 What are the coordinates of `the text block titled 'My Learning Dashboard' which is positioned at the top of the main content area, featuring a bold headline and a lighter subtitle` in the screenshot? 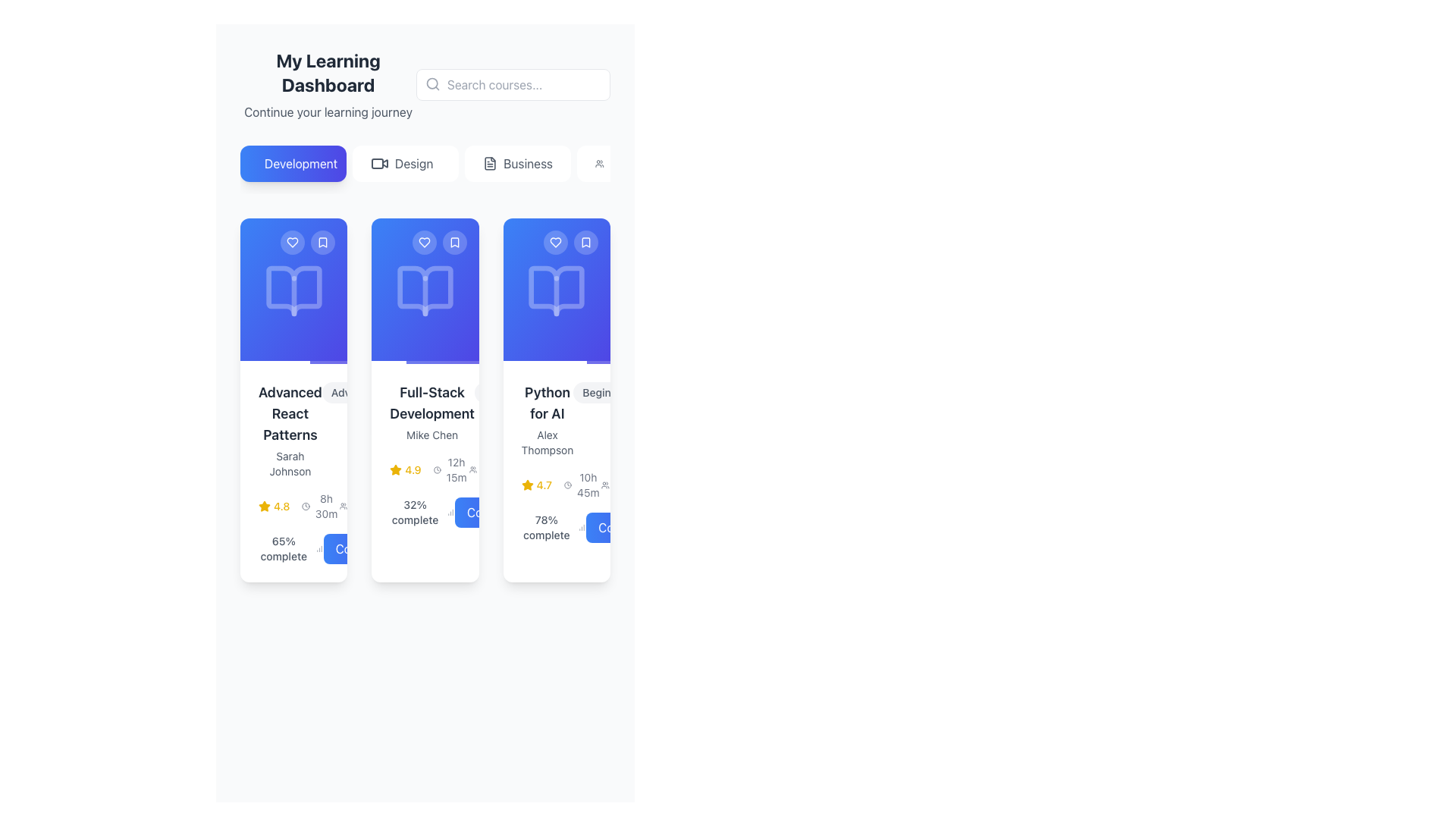 It's located at (327, 84).